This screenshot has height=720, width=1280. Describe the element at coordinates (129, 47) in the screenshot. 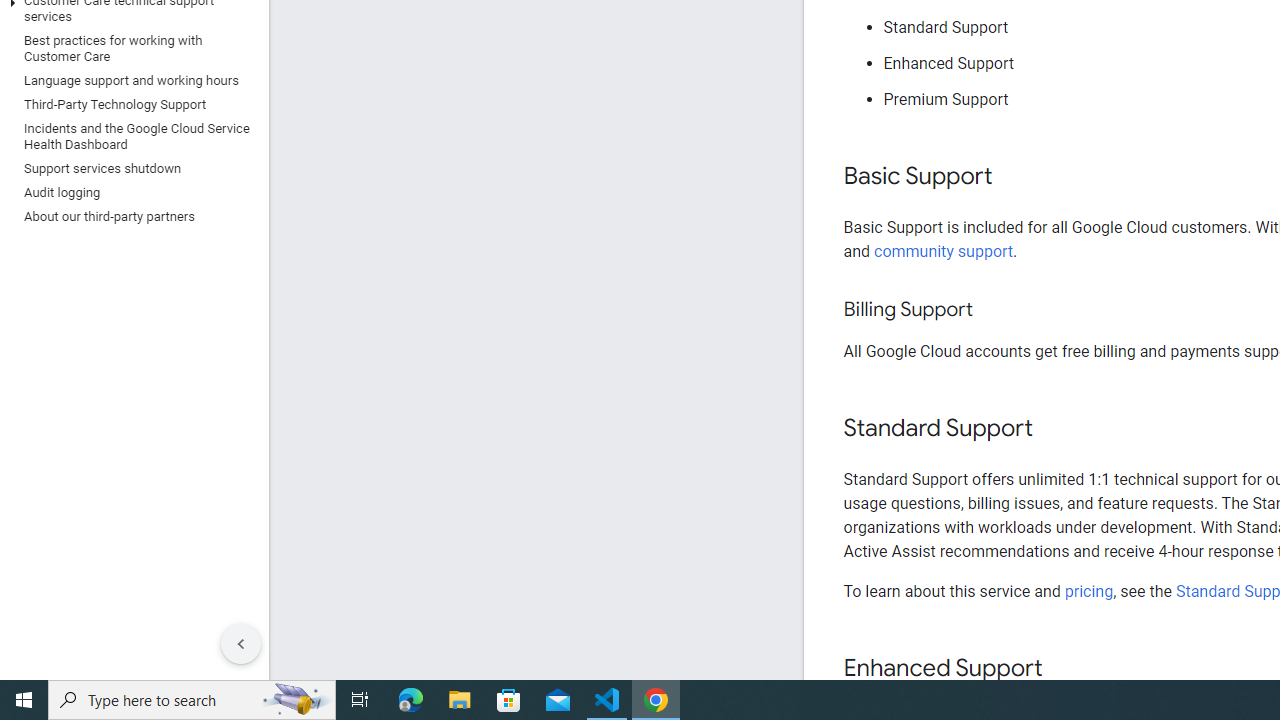

I see `'Best practices for working with Customer Care'` at that location.